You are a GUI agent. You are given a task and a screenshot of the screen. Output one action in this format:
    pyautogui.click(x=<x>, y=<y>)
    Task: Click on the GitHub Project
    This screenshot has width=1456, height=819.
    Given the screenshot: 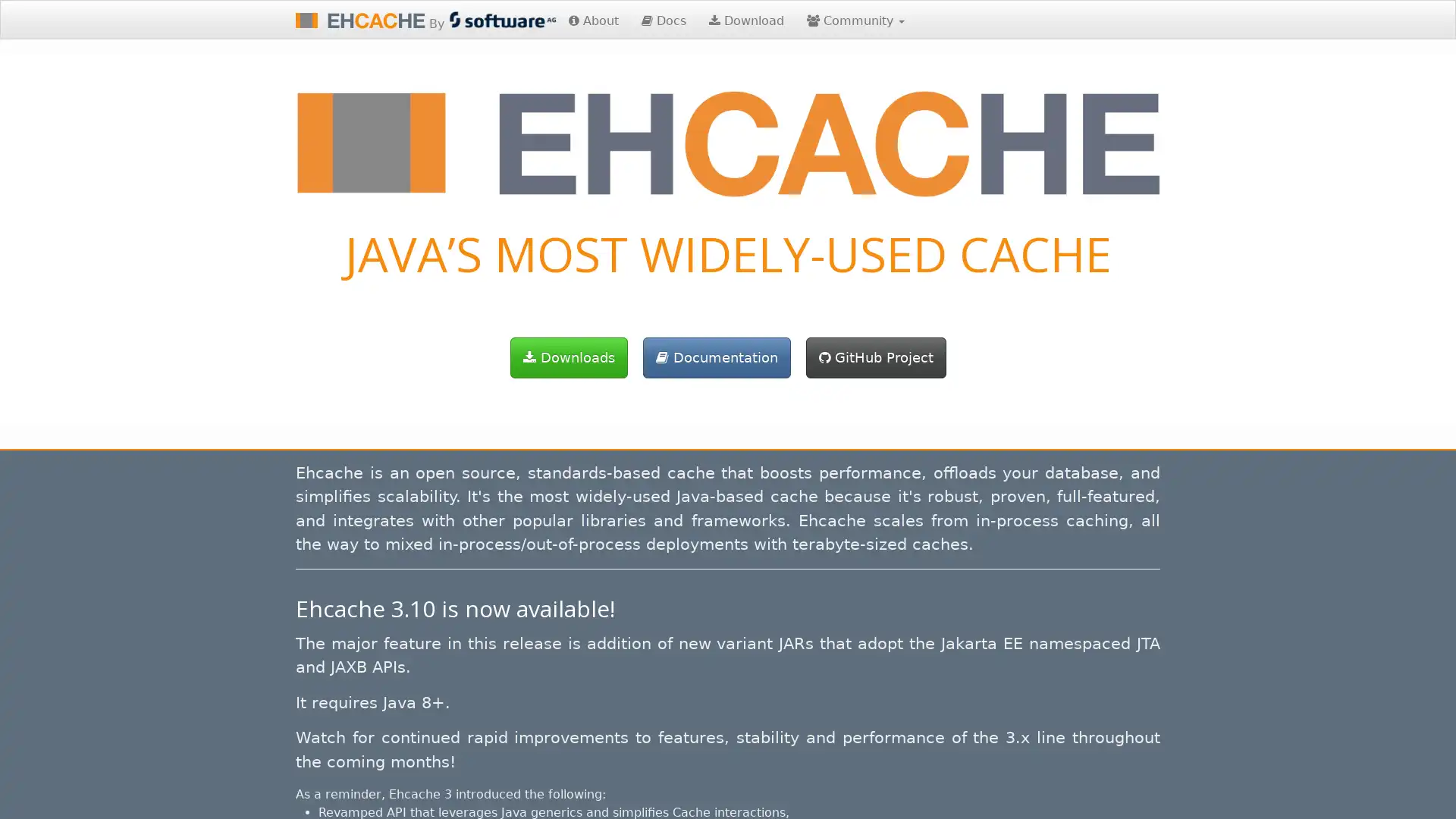 What is the action you would take?
    pyautogui.click(x=875, y=356)
    